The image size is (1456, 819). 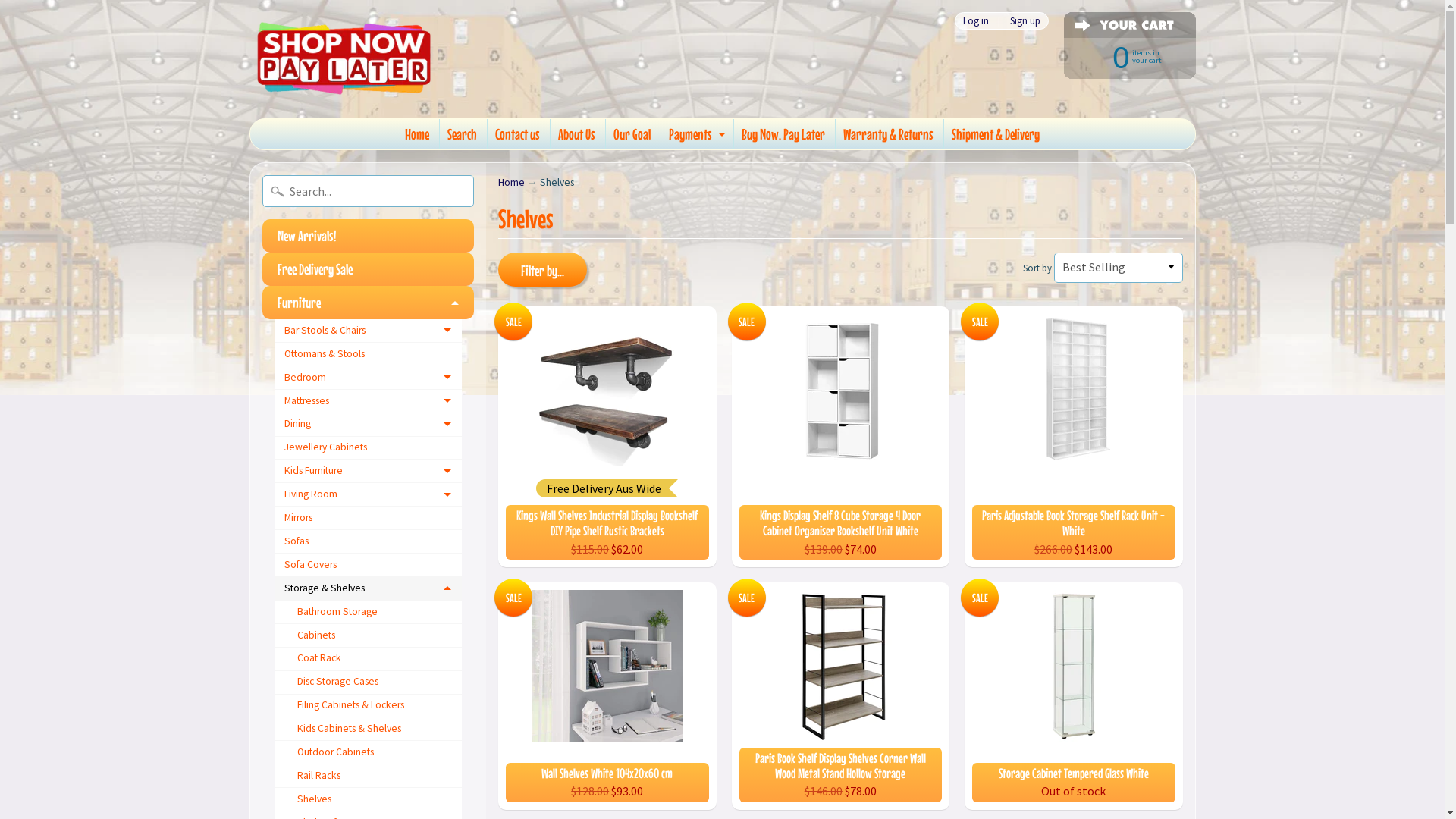 What do you see at coordinates (368, 354) in the screenshot?
I see `'Ottomans & Stools'` at bounding box center [368, 354].